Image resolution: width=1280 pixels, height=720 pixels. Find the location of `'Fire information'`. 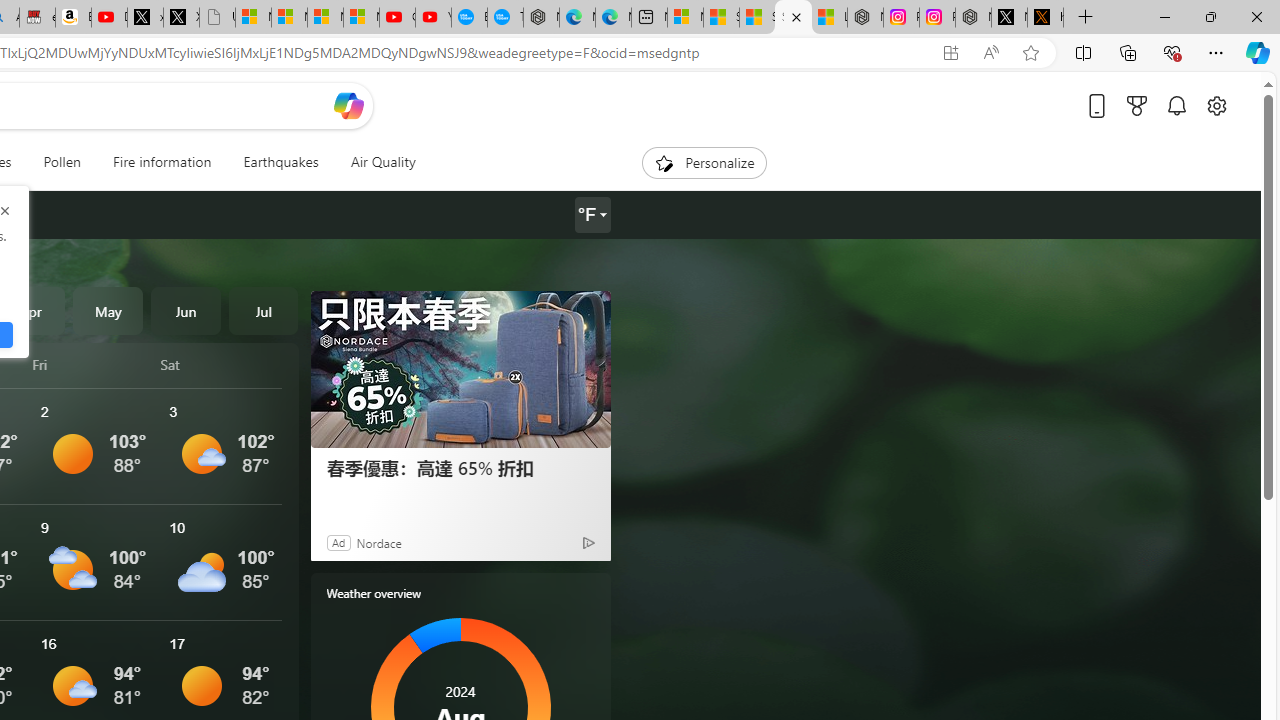

'Fire information' is located at coordinates (162, 162).